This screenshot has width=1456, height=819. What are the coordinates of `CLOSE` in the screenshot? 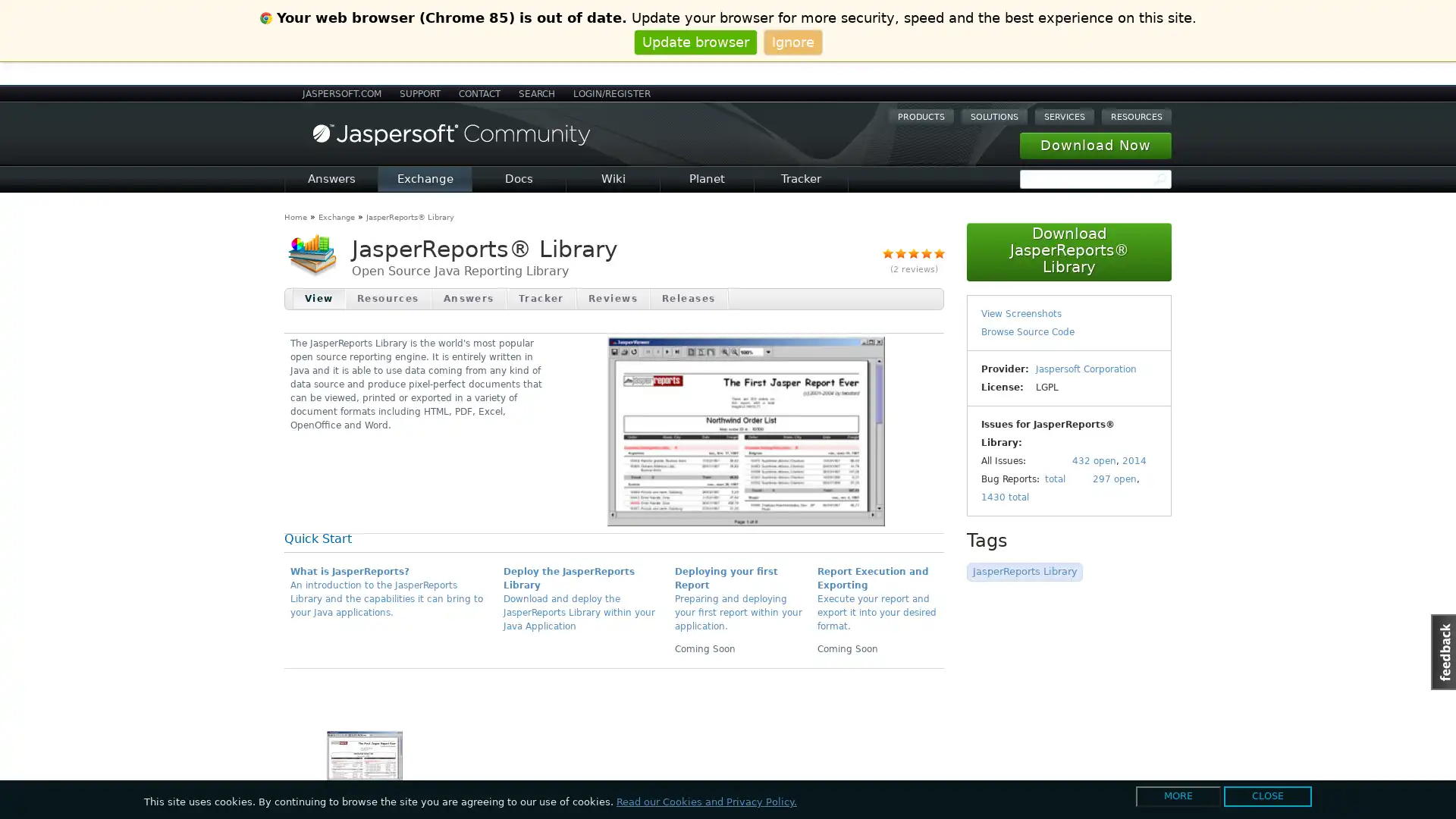 It's located at (1267, 795).